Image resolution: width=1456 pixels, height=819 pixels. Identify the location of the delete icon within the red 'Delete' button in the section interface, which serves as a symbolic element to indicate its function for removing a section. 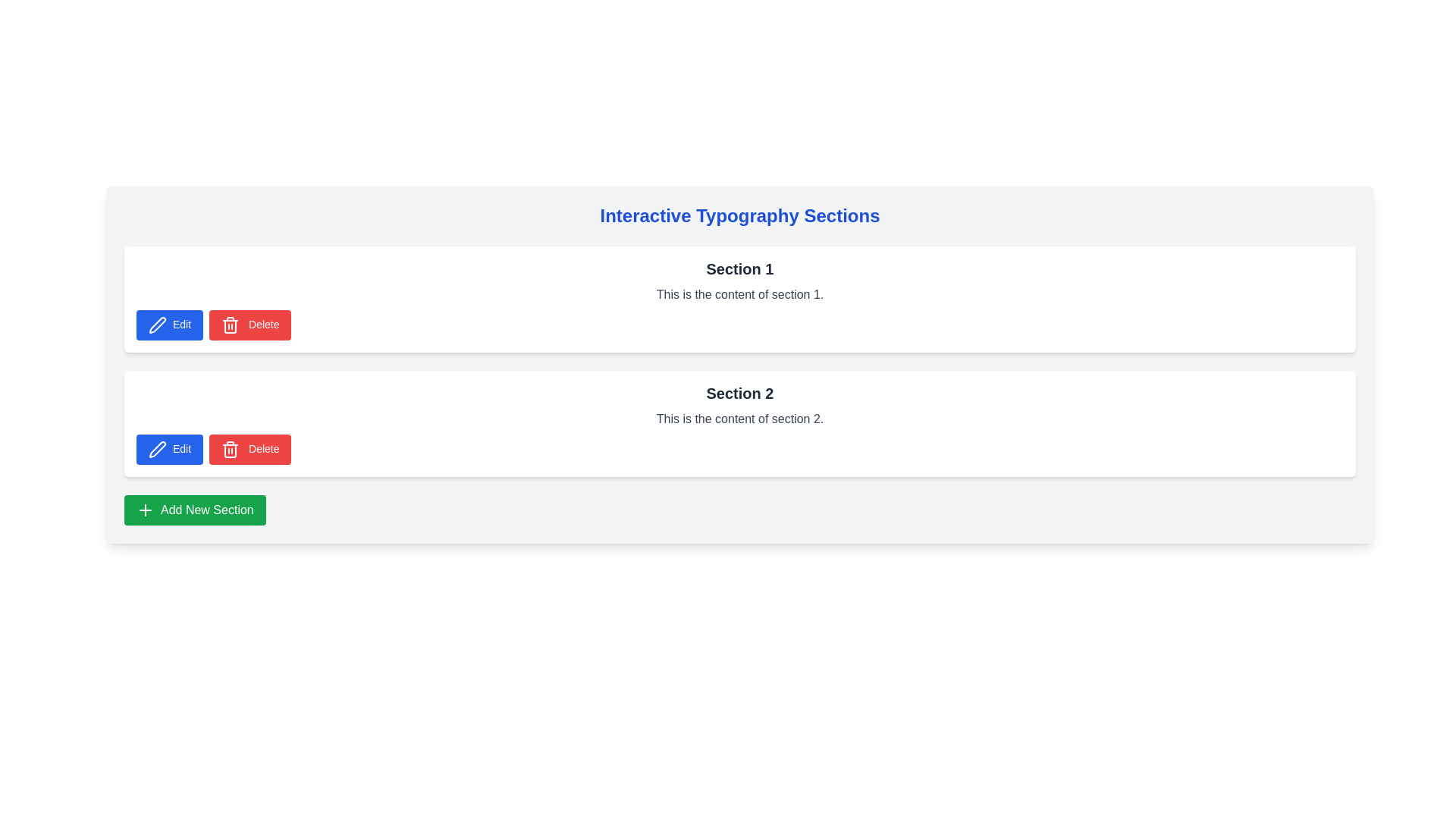
(230, 449).